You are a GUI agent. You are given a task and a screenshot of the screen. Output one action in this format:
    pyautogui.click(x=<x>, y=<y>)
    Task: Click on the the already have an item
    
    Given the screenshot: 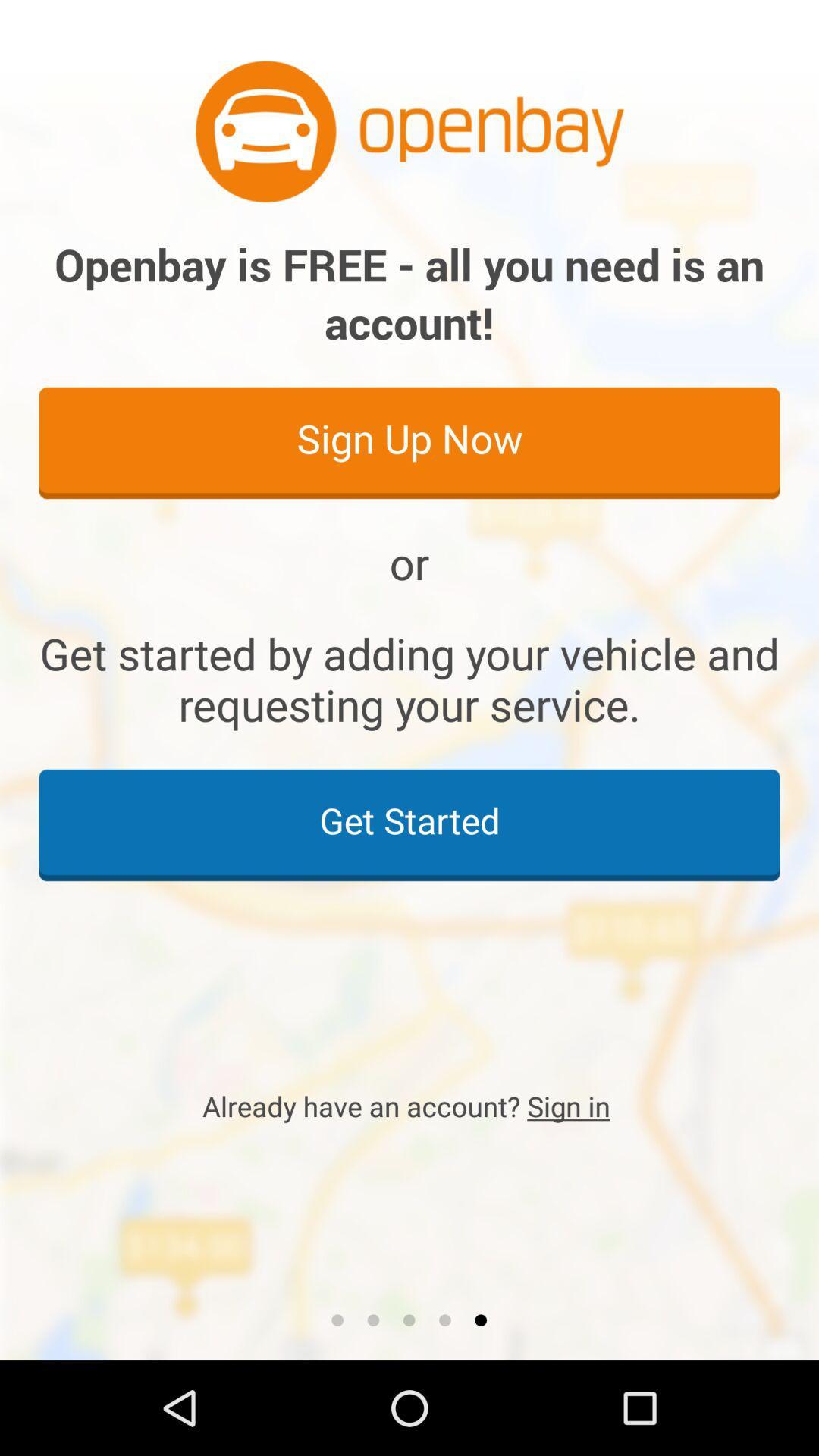 What is the action you would take?
    pyautogui.click(x=409, y=1106)
    